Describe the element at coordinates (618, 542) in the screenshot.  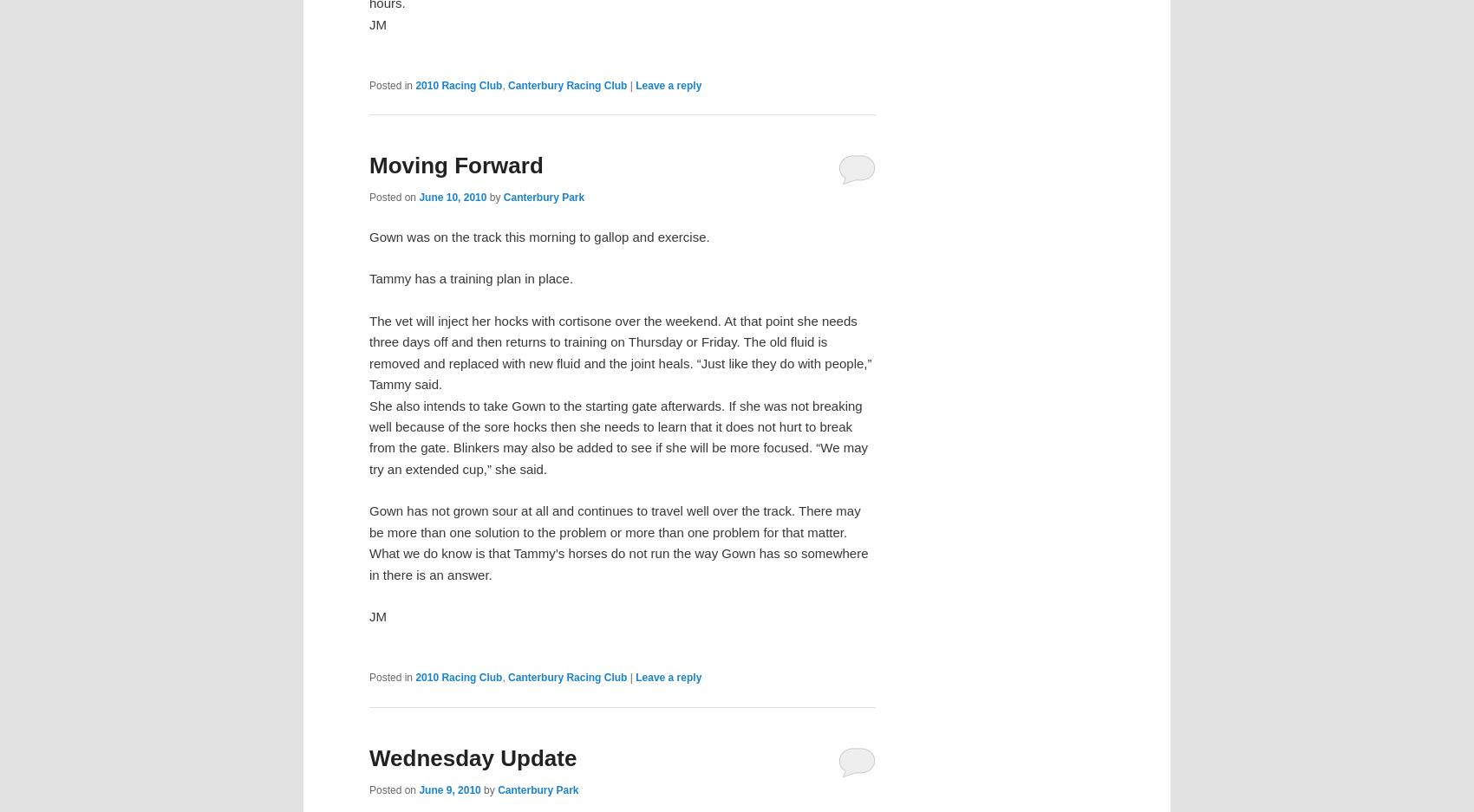
I see `'Gown has not grown sour at all and continues to travel well over the track. There may be more than one solution to the problem or more than one problem for that matter.  What we do know is that Tammy’s horses do not run the way Gown has so somewhere in there is an answer.'` at that location.